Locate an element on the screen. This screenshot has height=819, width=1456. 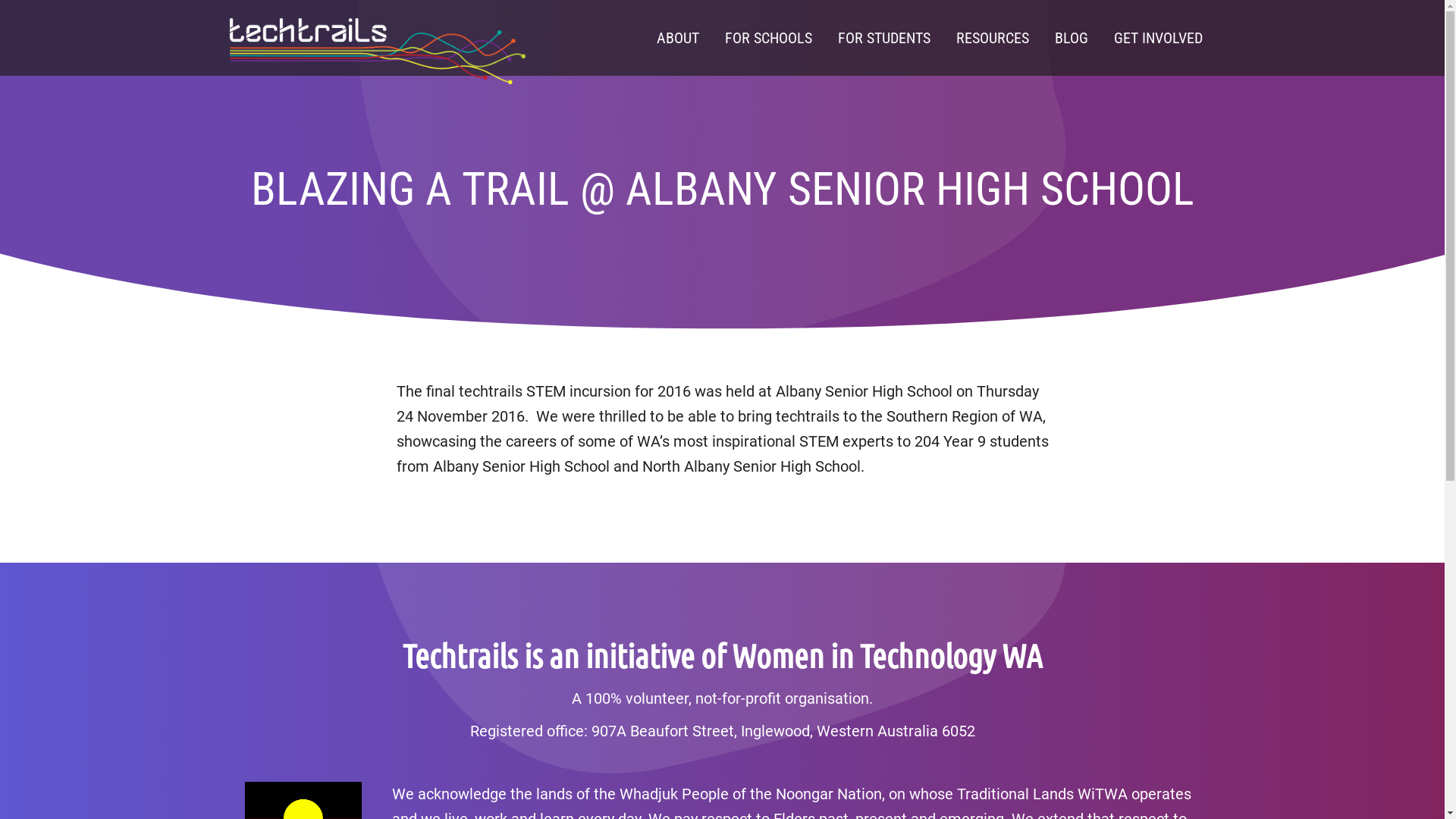
'FOR STUDENTS' is located at coordinates (824, 37).